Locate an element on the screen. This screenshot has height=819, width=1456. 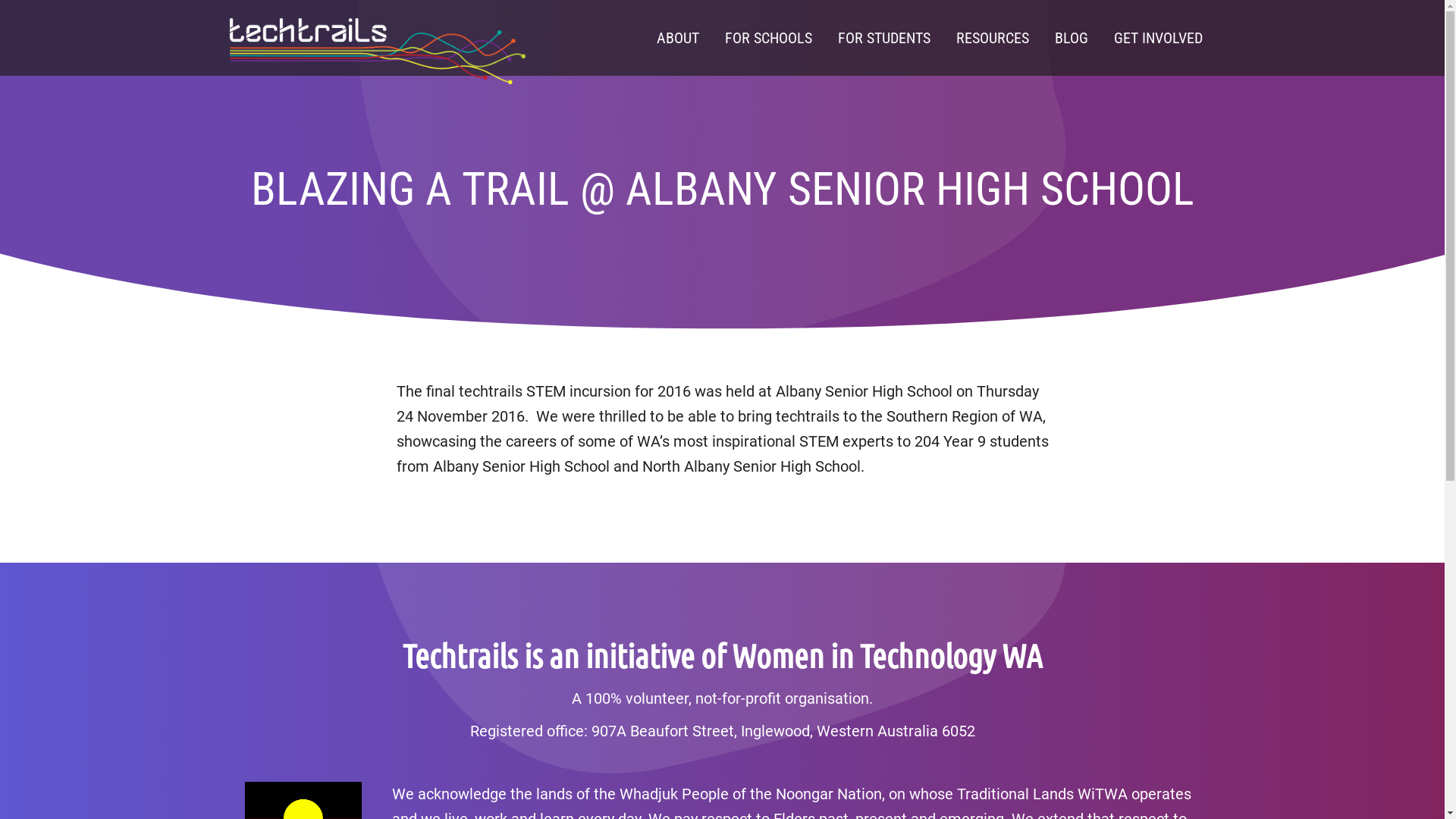
'FOR STUDENTS' is located at coordinates (824, 37).